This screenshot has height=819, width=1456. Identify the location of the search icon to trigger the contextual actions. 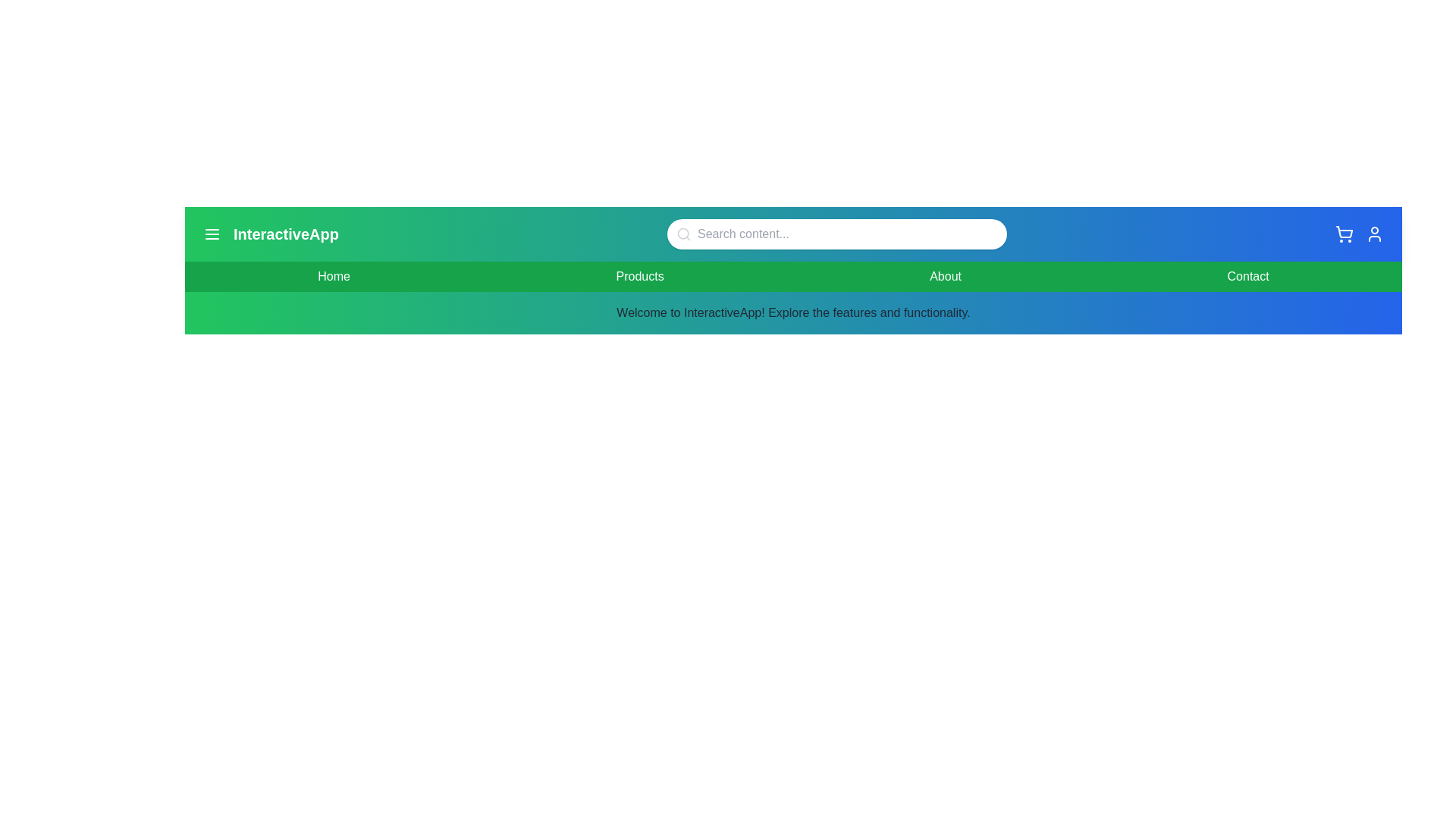
(683, 234).